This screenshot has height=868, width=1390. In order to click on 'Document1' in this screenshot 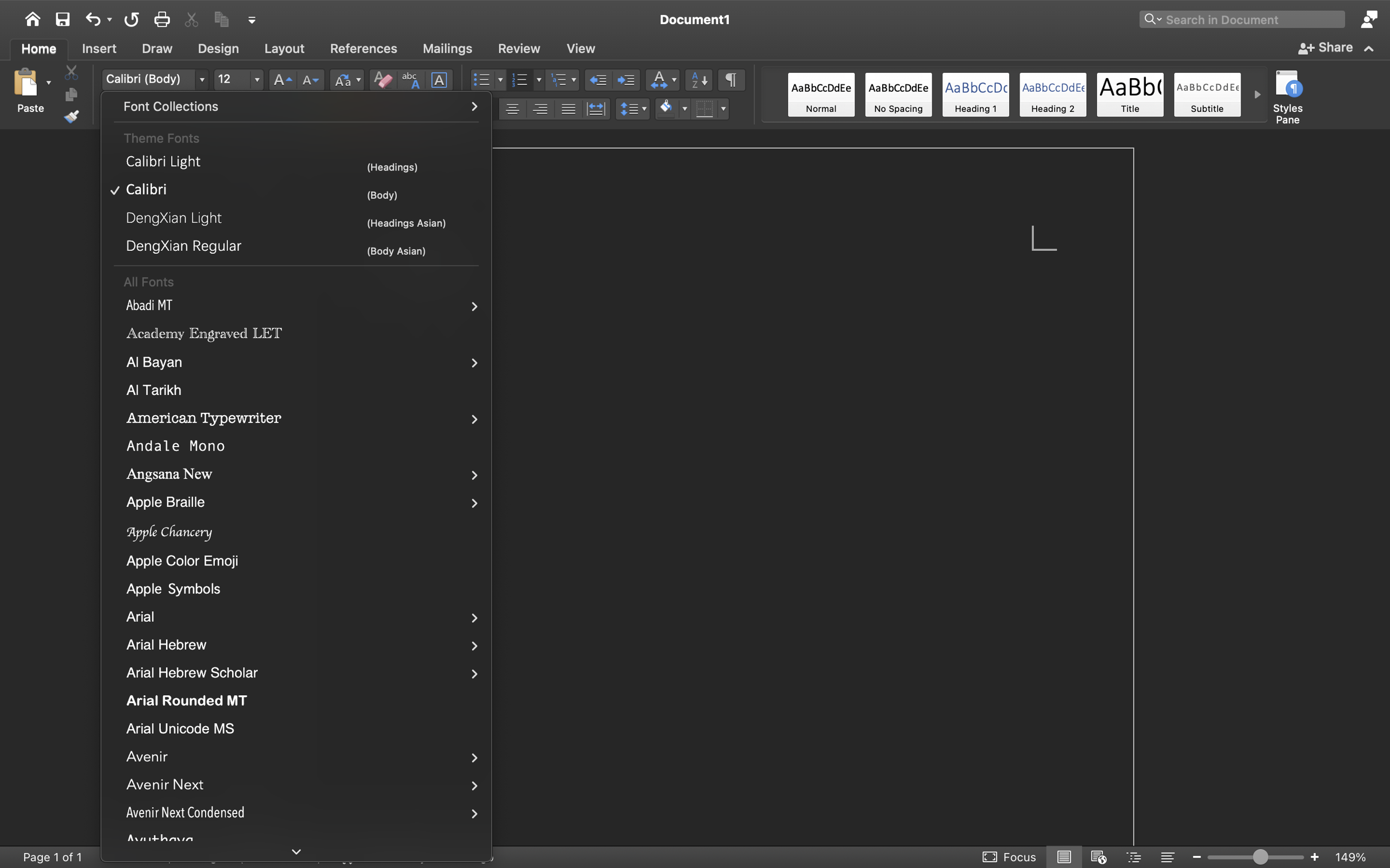, I will do `click(694, 18)`.